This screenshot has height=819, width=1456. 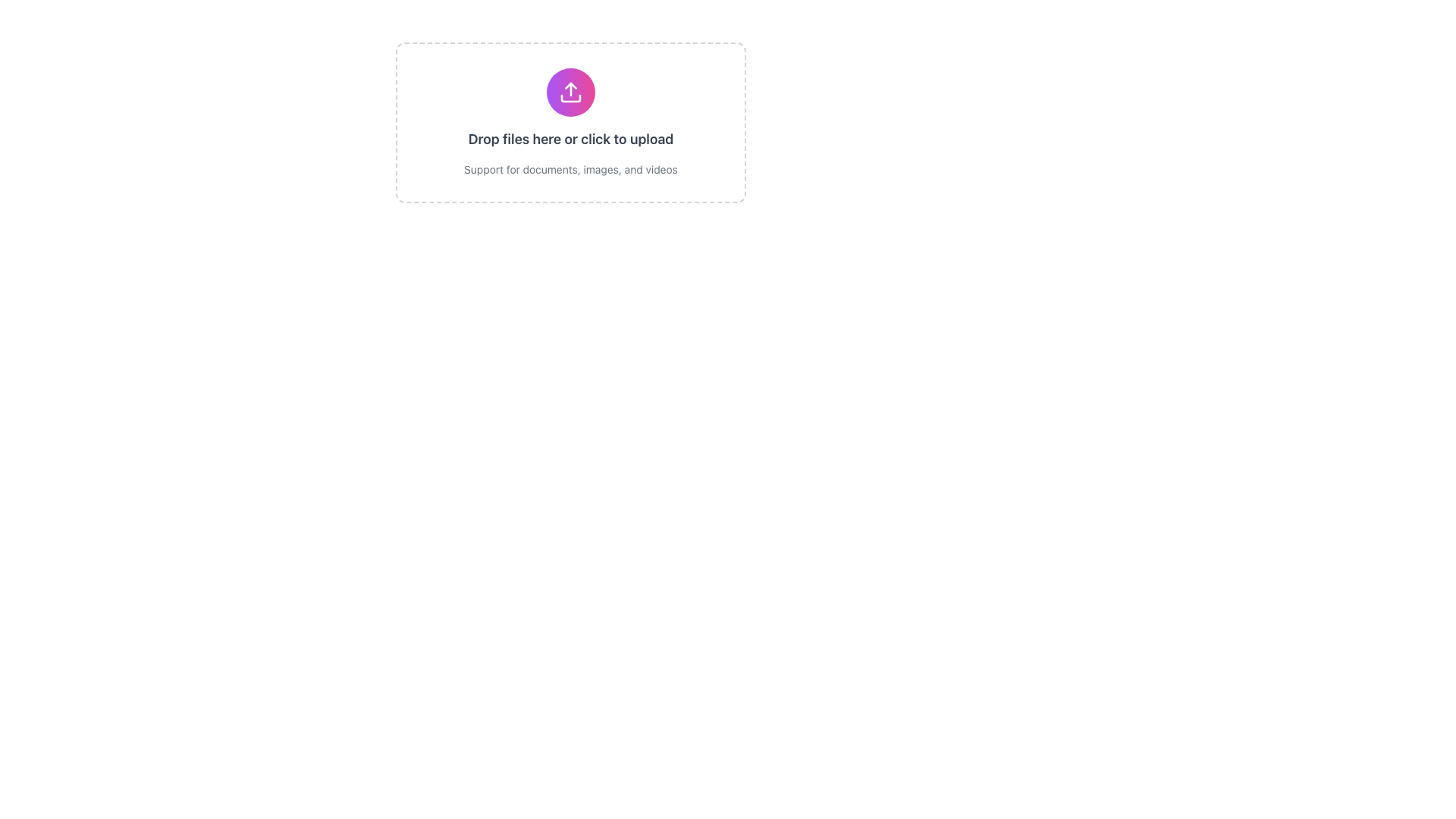 What do you see at coordinates (570, 122) in the screenshot?
I see `the invisible file input field that spans the entire area of the upload prompt` at bounding box center [570, 122].